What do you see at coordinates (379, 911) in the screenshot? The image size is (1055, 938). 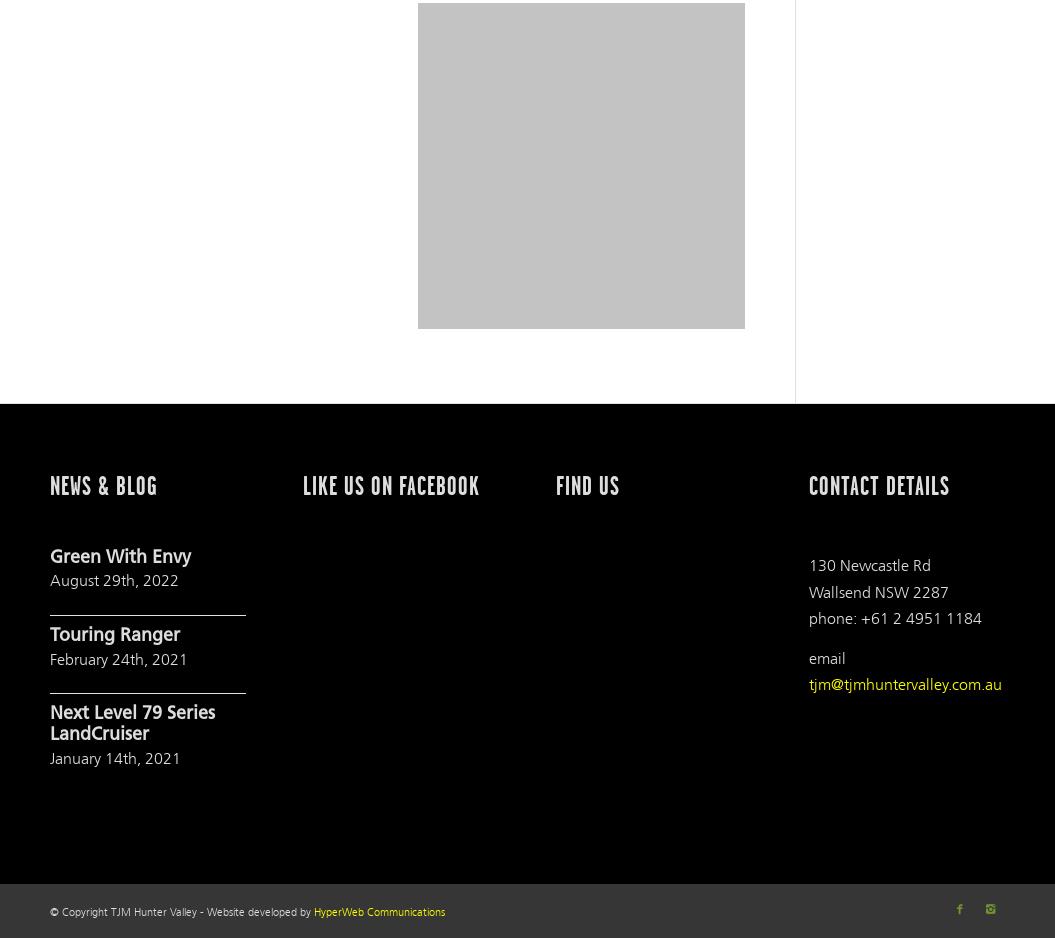 I see `'HyperWeb Communications'` at bounding box center [379, 911].